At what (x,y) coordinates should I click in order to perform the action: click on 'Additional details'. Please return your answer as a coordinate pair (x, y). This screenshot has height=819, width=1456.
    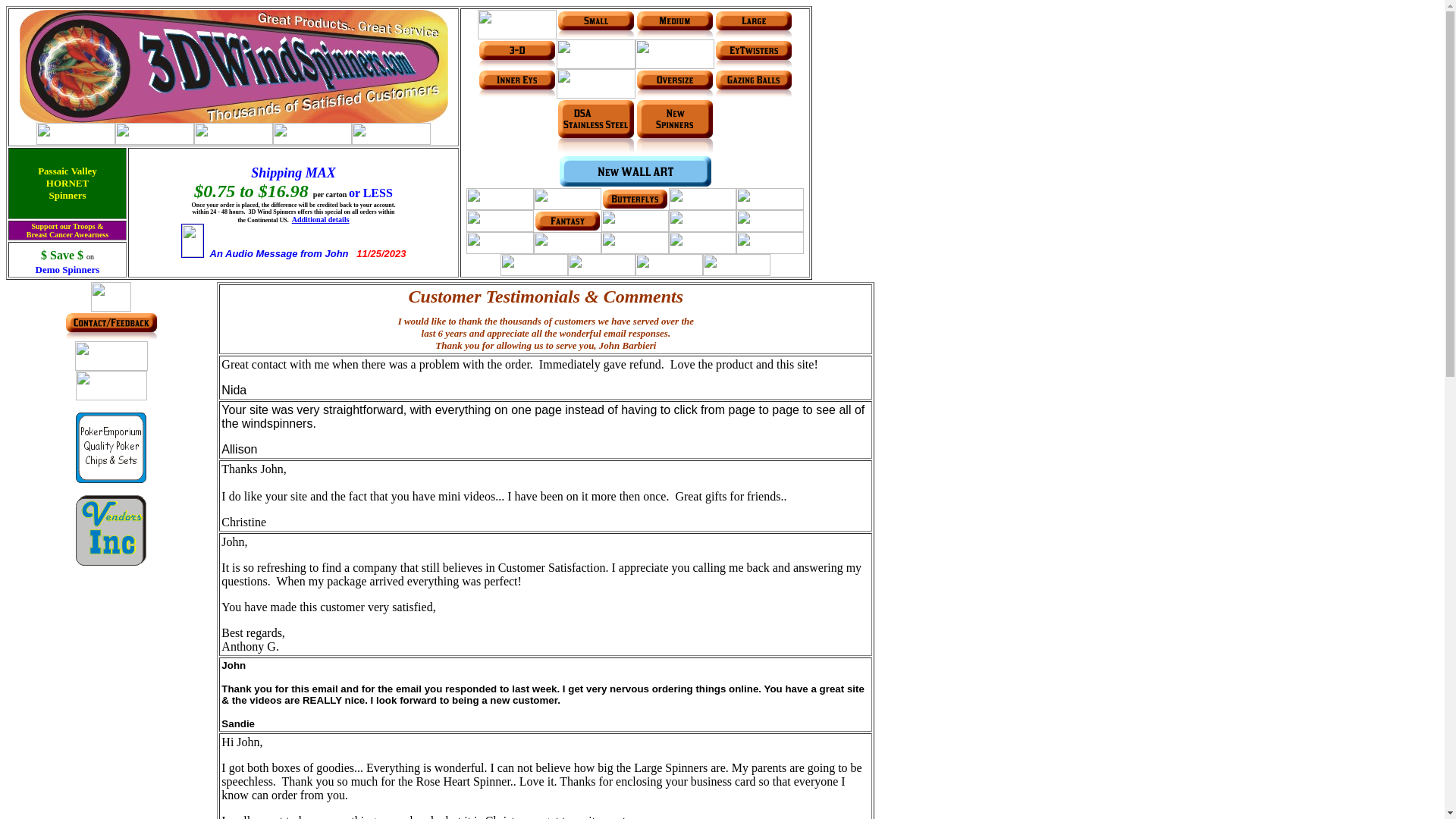
    Looking at the image, I should click on (291, 219).